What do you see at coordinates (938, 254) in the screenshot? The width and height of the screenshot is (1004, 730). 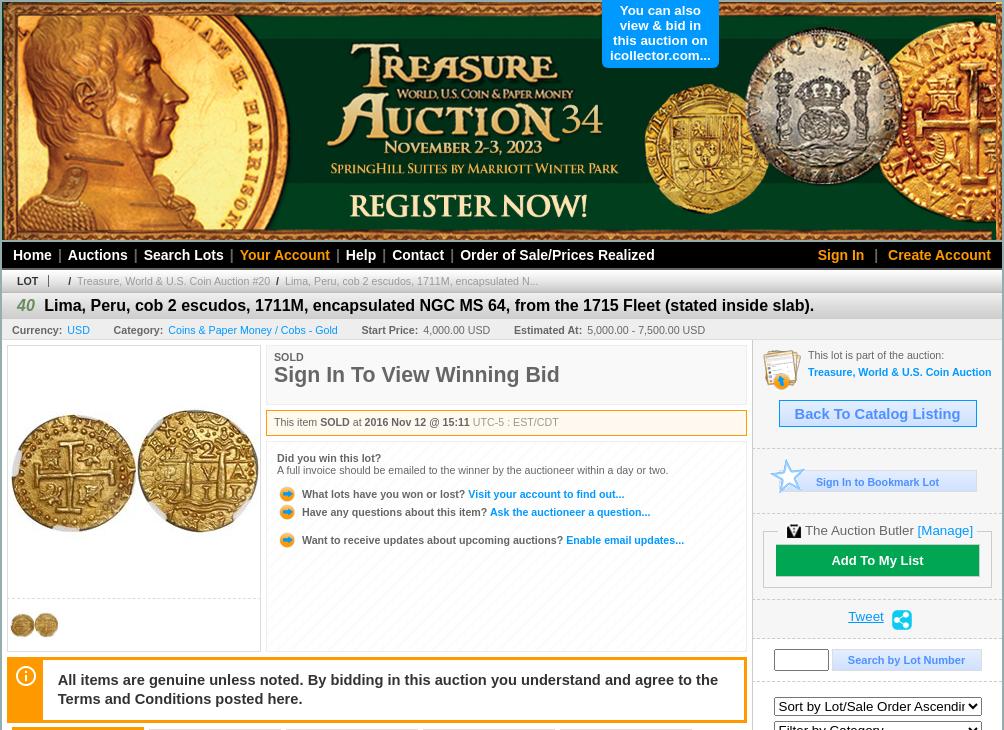 I see `'Create Account'` at bounding box center [938, 254].